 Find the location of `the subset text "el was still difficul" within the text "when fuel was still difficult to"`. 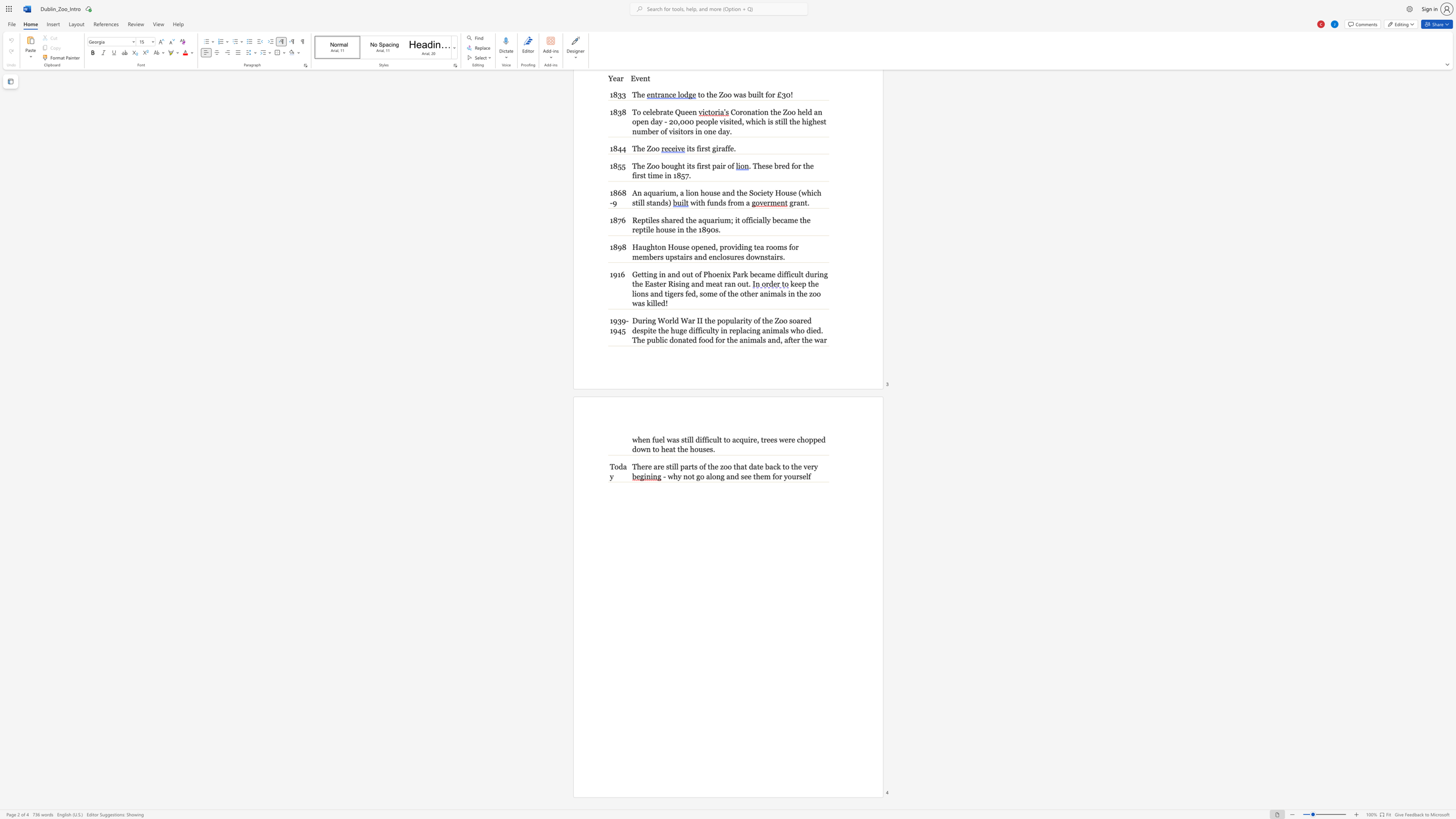

the subset text "el was still difficul" within the text "when fuel was still difficult to" is located at coordinates (658, 439).